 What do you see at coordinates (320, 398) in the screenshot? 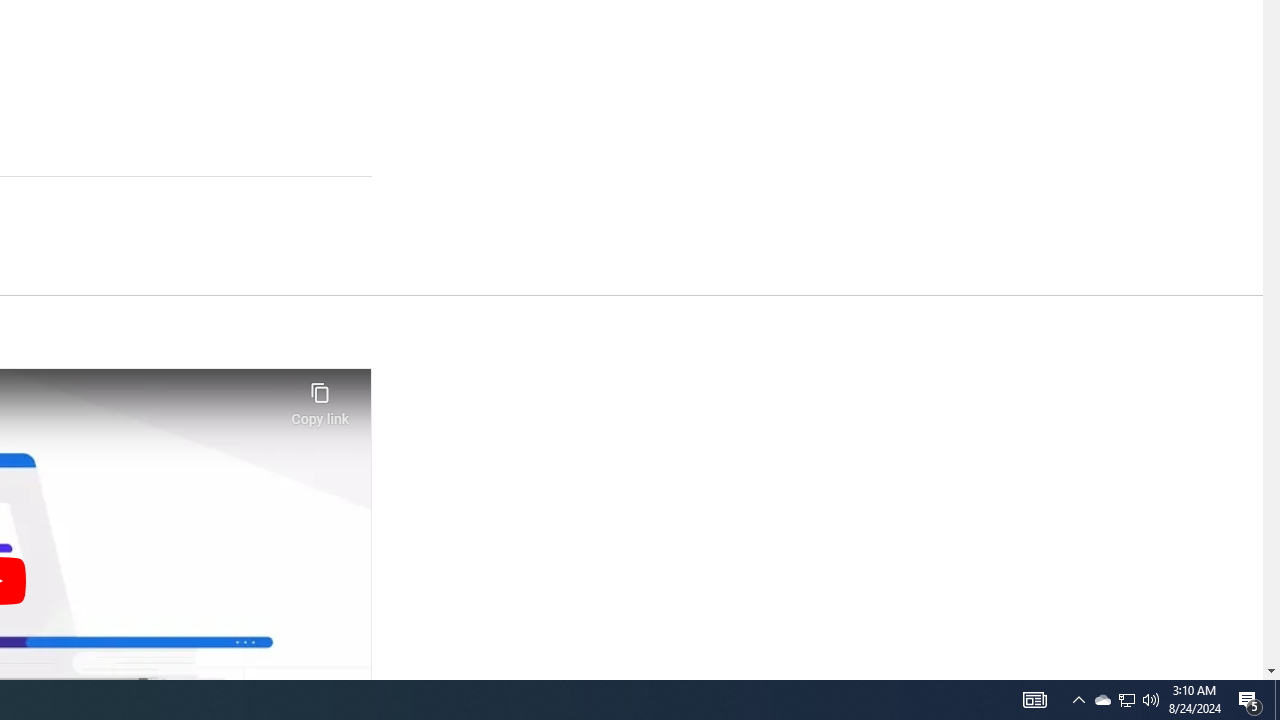
I see `'Copy link'` at bounding box center [320, 398].